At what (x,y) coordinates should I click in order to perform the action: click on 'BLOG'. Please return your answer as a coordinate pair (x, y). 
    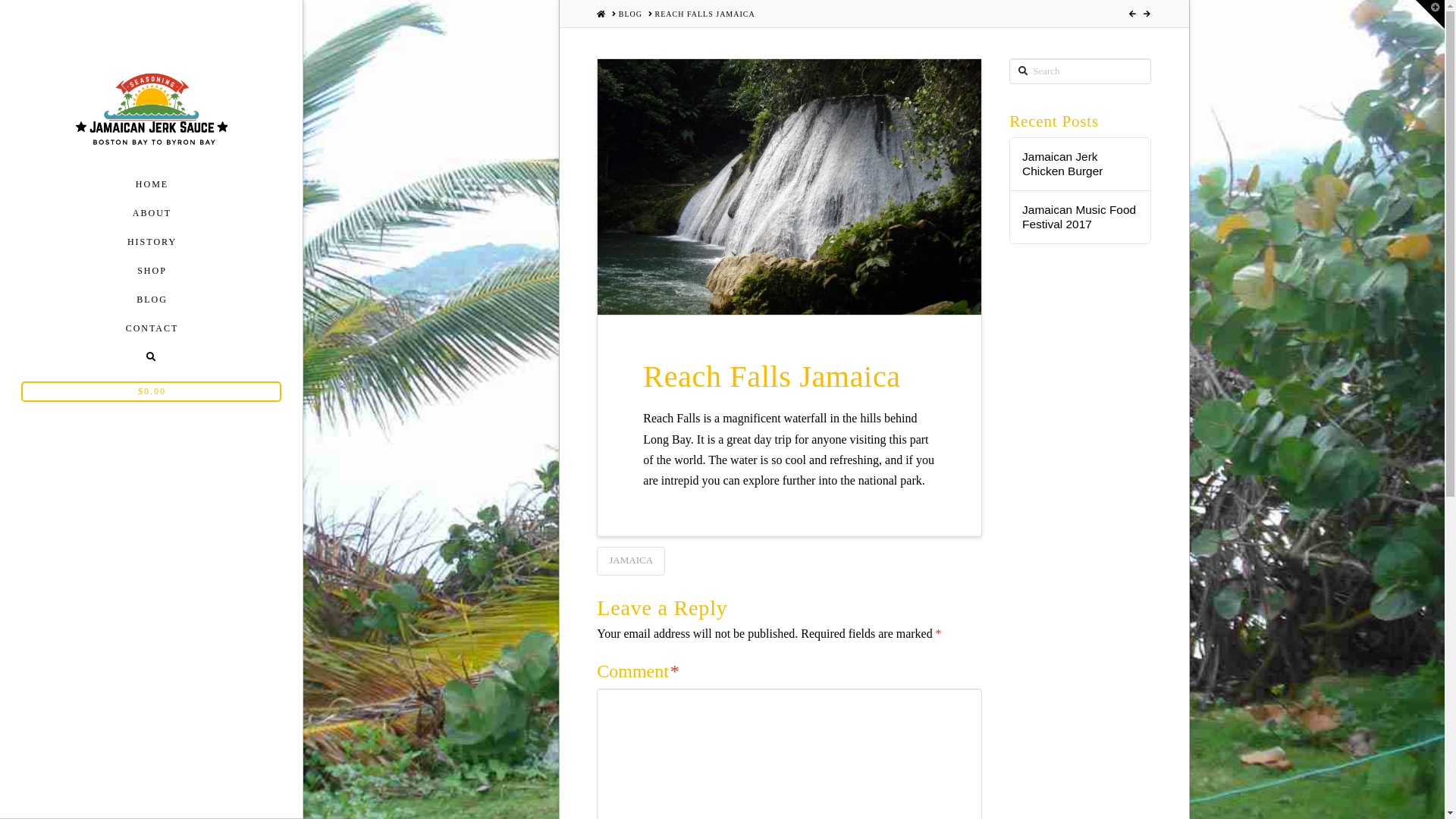
    Looking at the image, I should click on (619, 14).